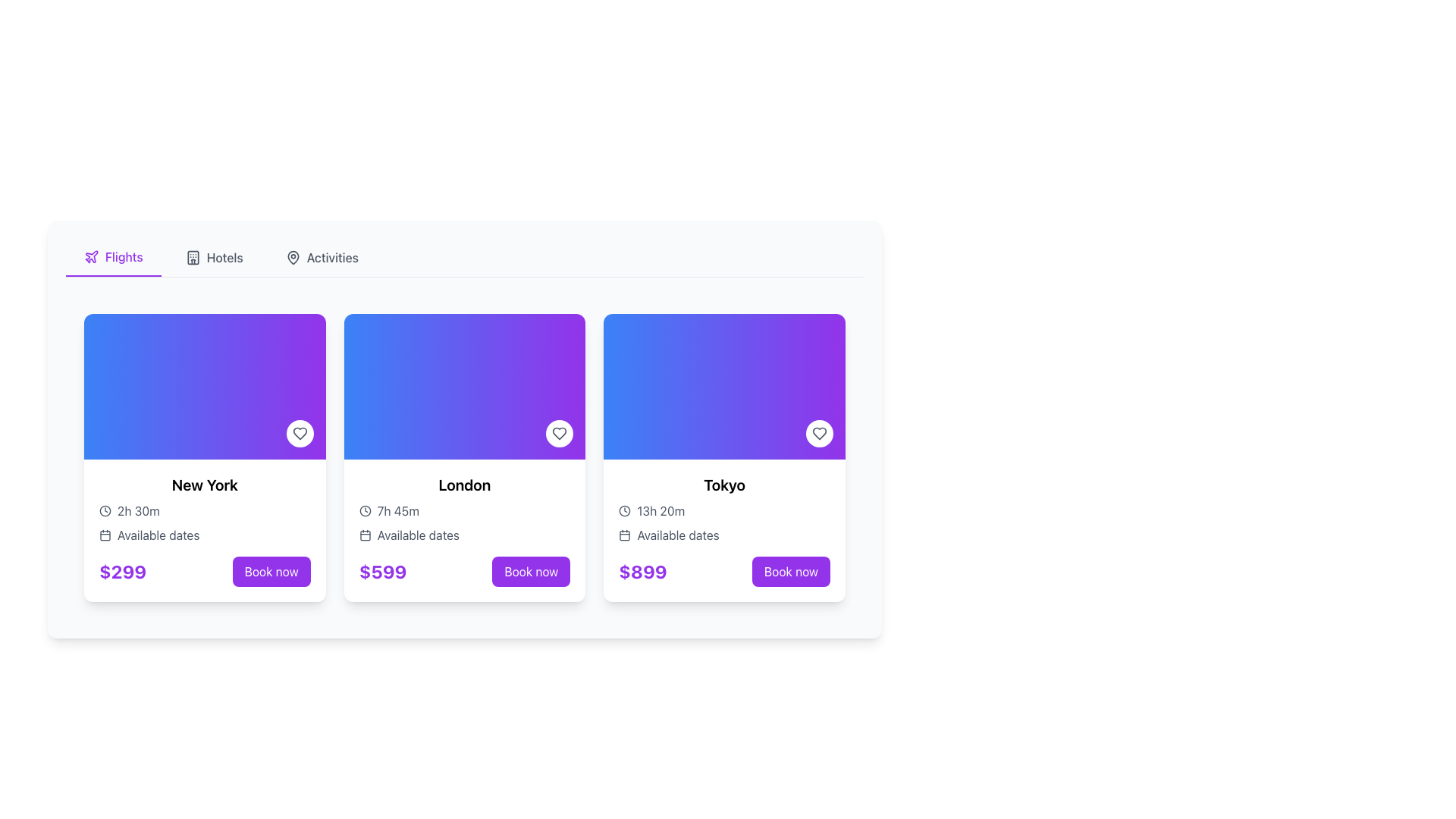 The width and height of the screenshot is (1456, 819). What do you see at coordinates (112, 256) in the screenshot?
I see `the 'Flights' tab button located in the top-left section of the navigation bar` at bounding box center [112, 256].